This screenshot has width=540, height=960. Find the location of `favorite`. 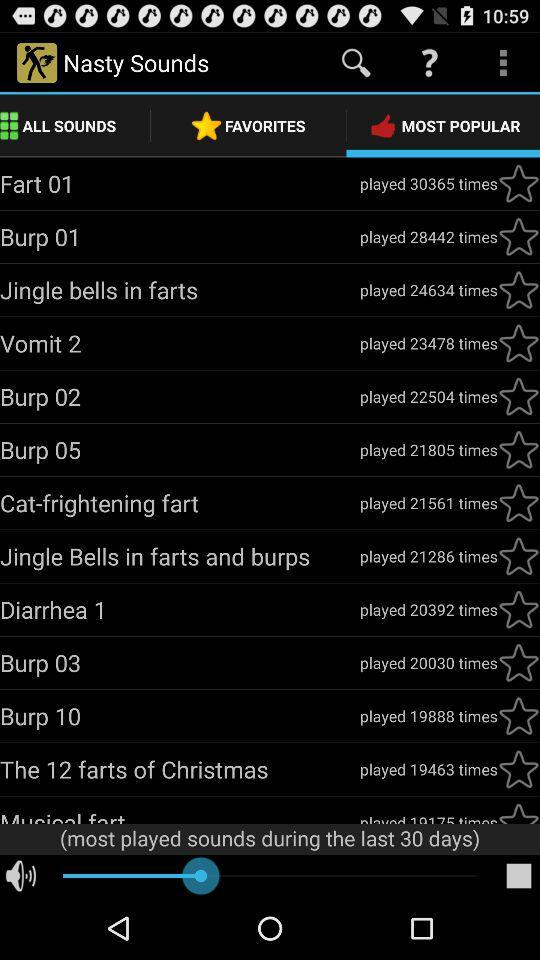

favorite is located at coordinates (518, 289).